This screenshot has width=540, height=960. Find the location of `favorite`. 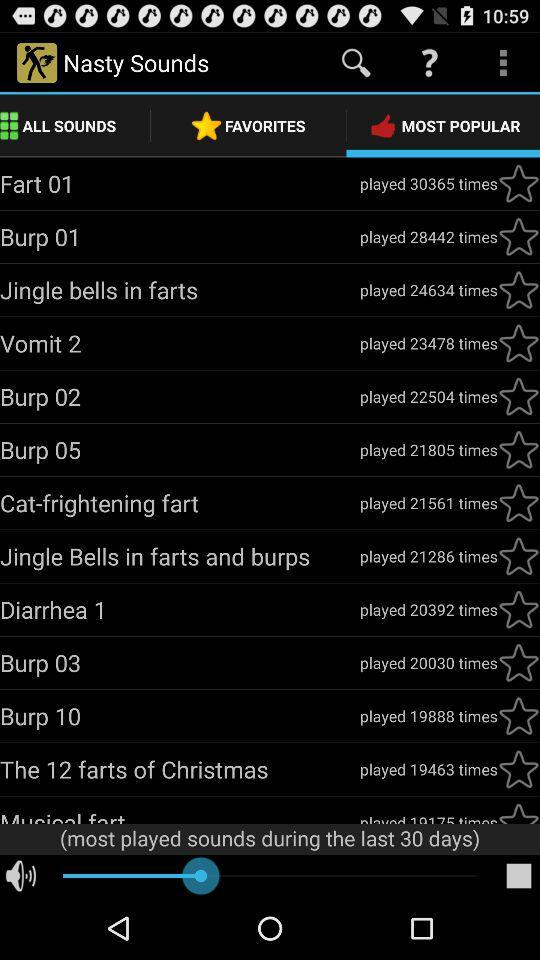

favorite is located at coordinates (518, 289).